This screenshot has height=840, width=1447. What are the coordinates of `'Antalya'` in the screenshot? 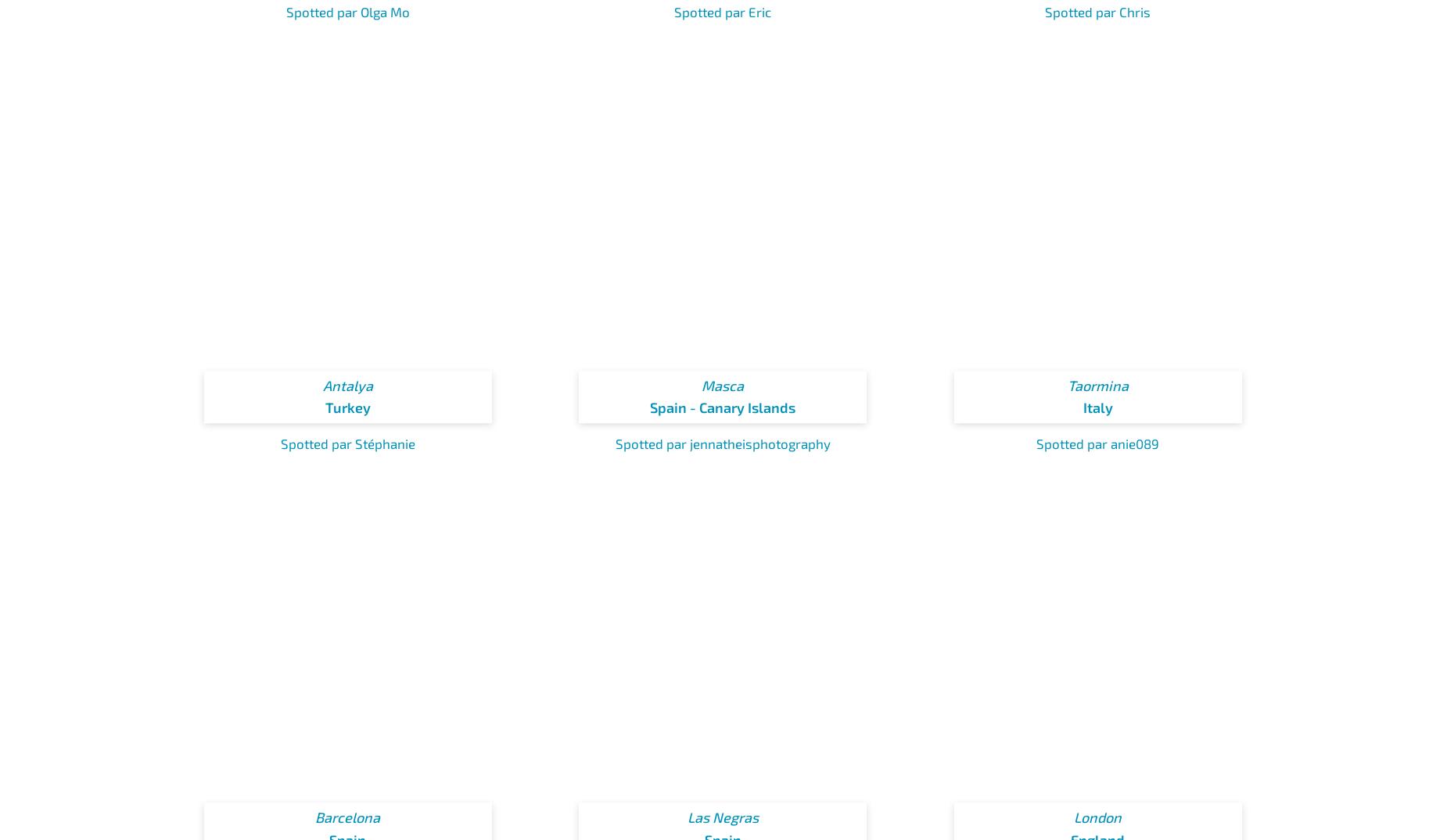 It's located at (346, 384).